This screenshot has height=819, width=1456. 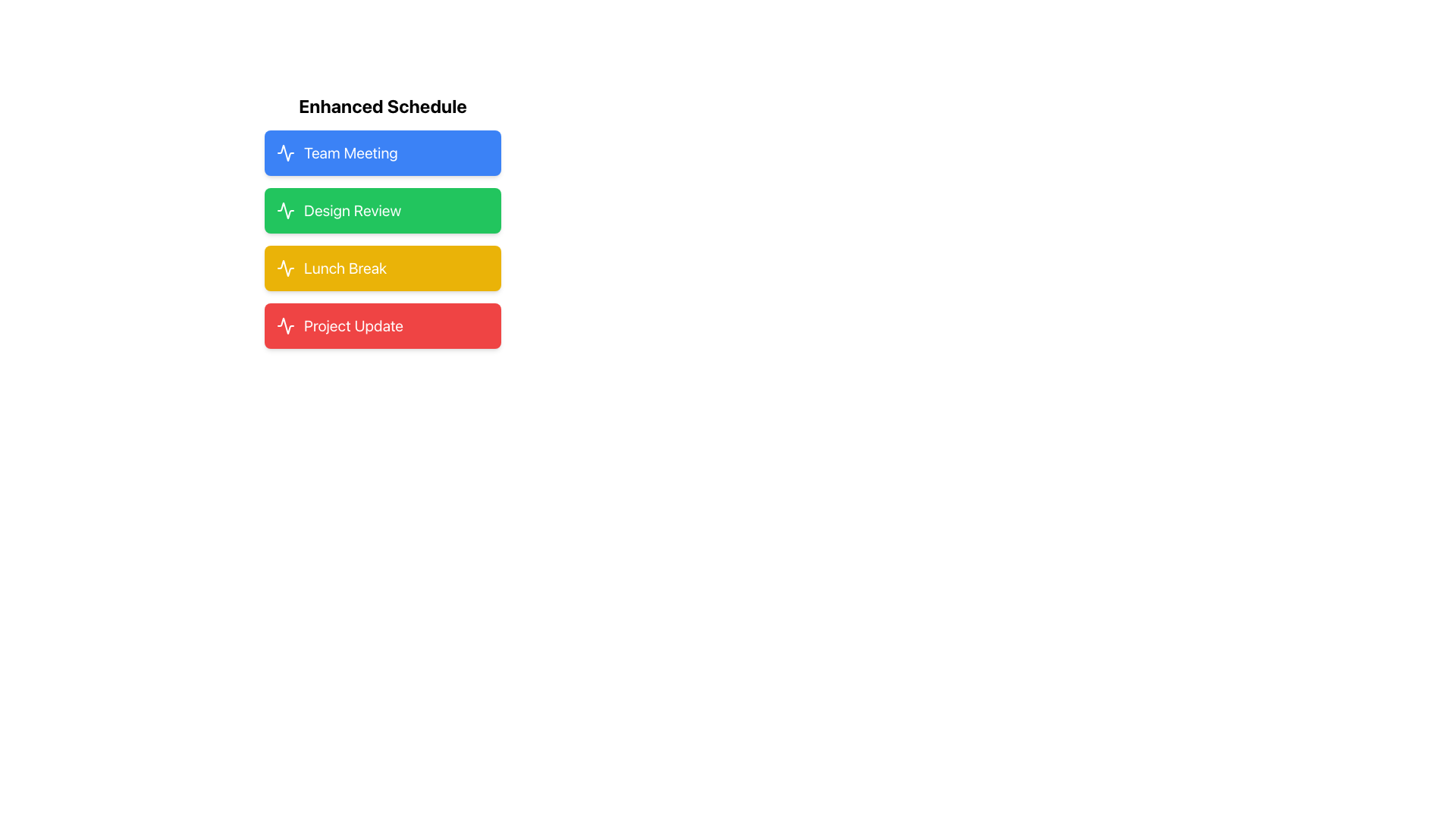 What do you see at coordinates (382, 221) in the screenshot?
I see `the 'Design Review' card located in the 'Enhanced Schedule' section` at bounding box center [382, 221].